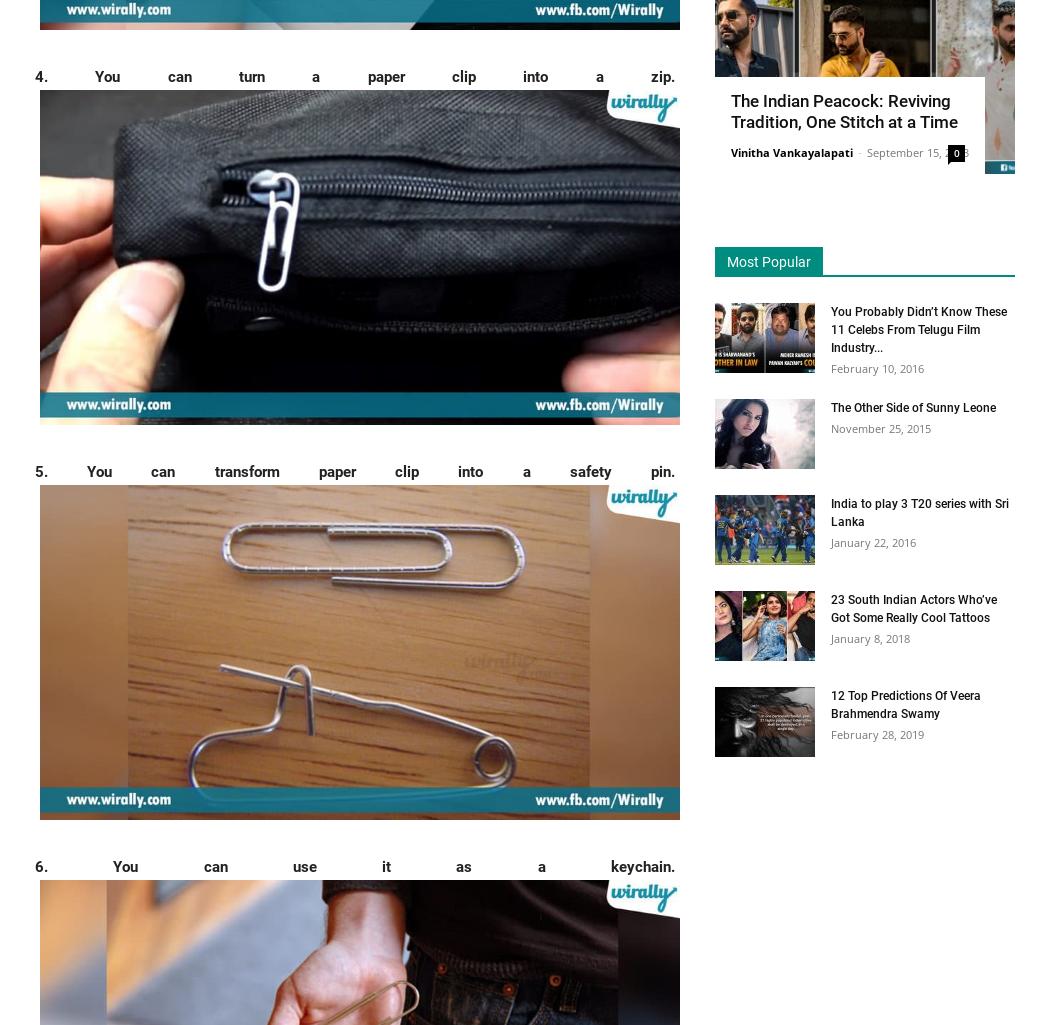  Describe the element at coordinates (791, 150) in the screenshot. I see `'Vinitha Vankayalapati'` at that location.